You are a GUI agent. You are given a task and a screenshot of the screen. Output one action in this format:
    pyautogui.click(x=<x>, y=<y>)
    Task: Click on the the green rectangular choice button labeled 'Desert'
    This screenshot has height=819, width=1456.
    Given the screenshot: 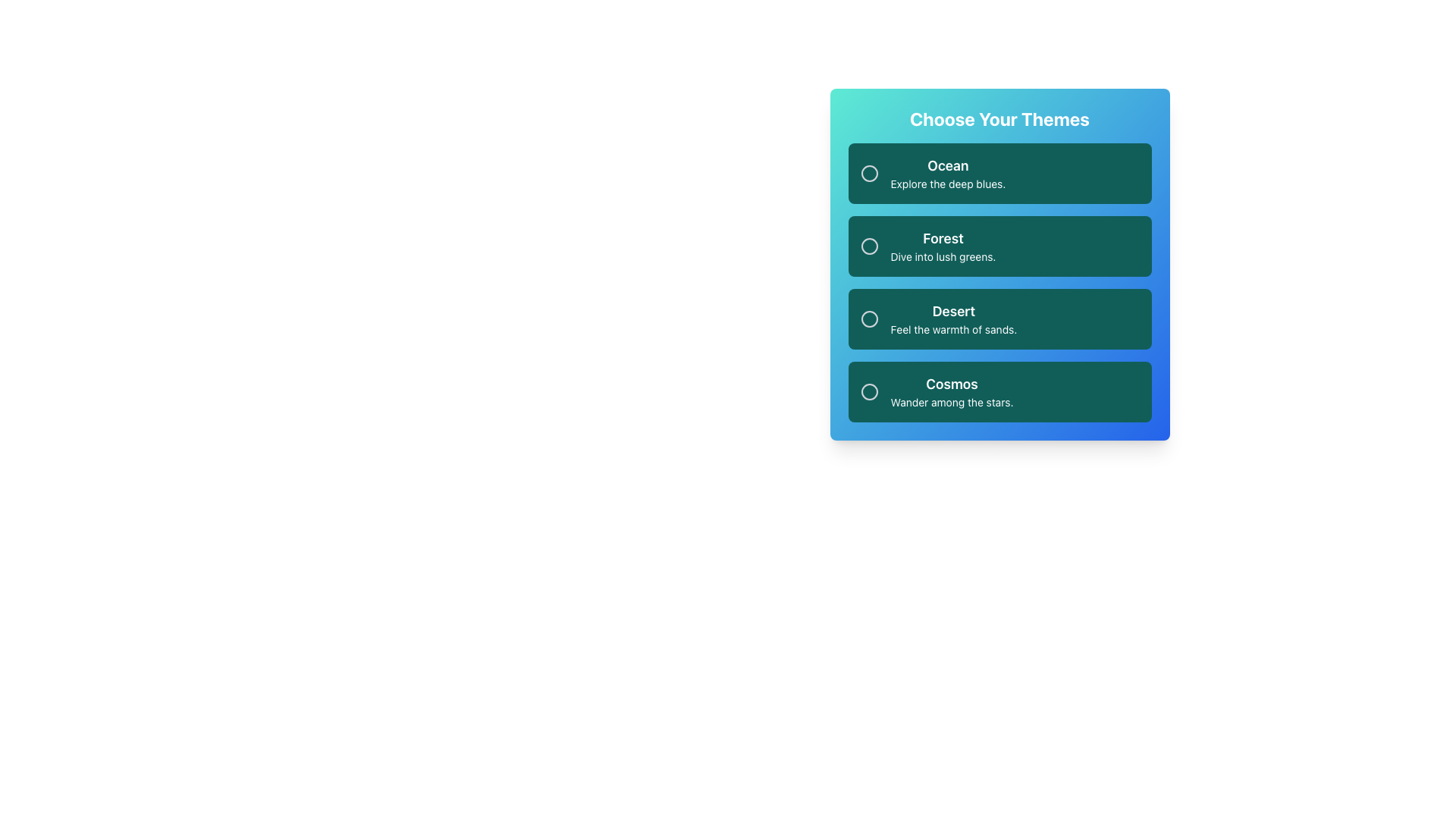 What is the action you would take?
    pyautogui.click(x=952, y=329)
    